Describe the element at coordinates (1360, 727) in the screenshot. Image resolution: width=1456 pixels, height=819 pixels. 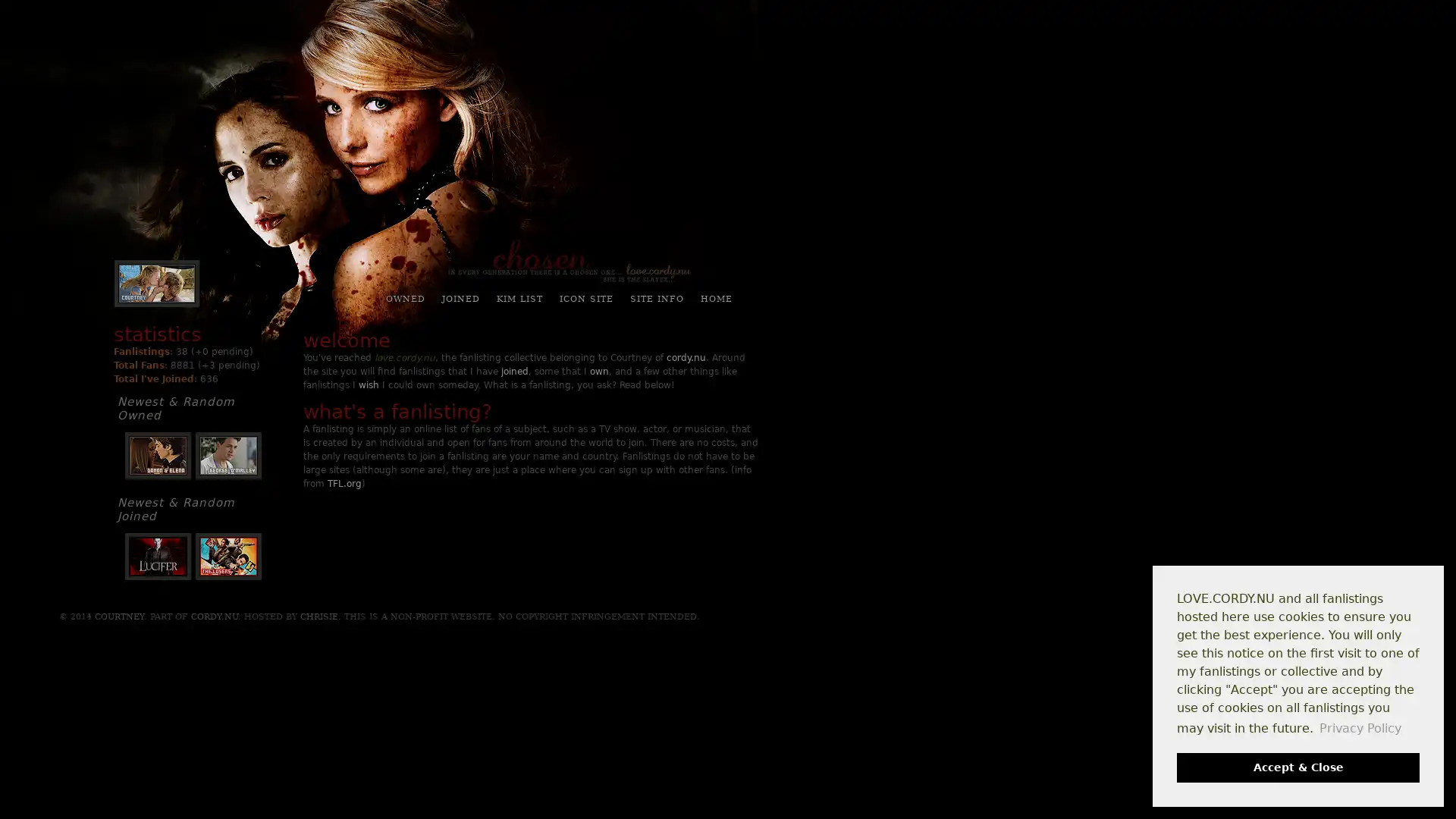
I see `learn more about cookies` at that location.